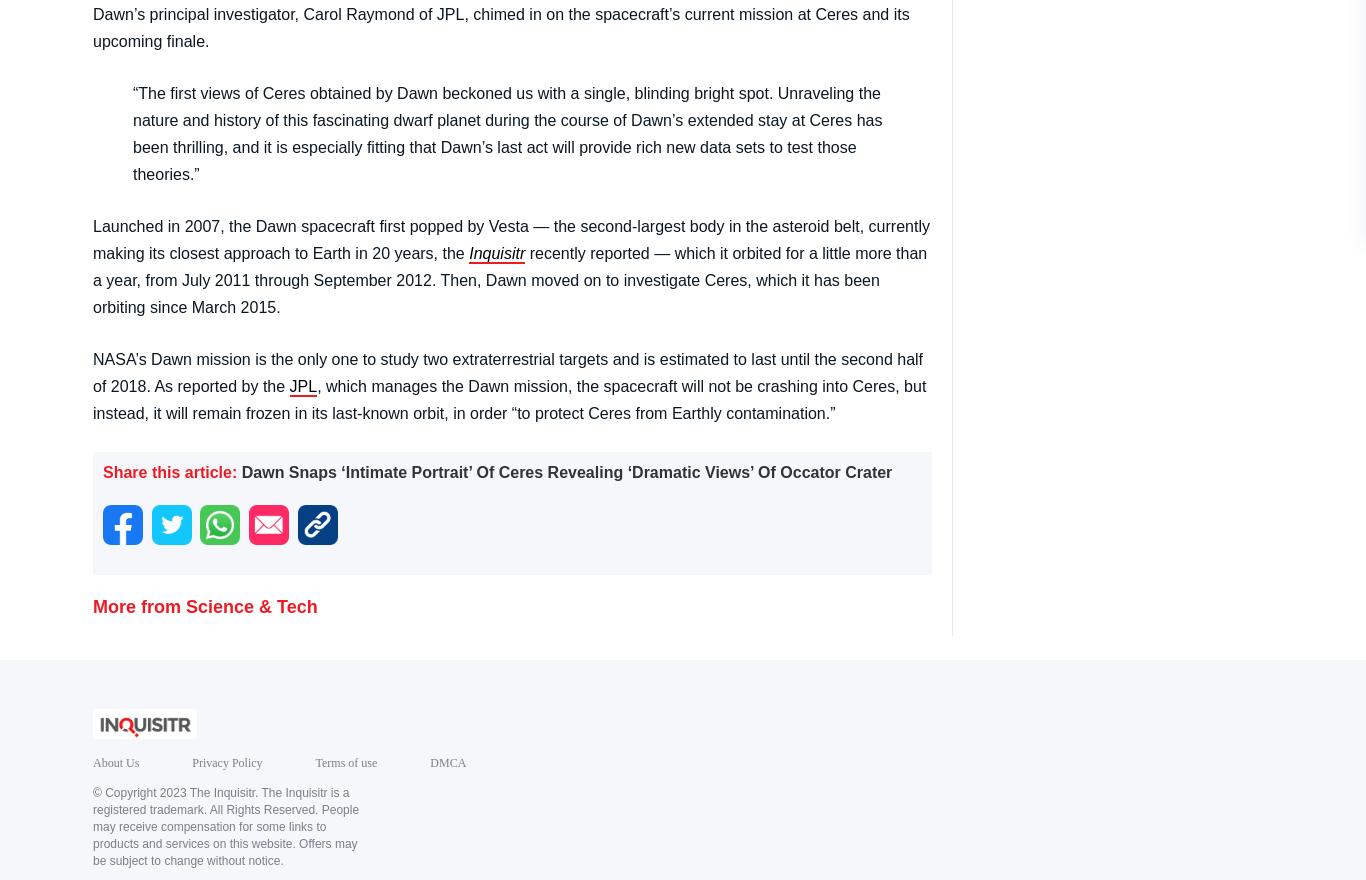 This screenshot has height=880, width=1366. I want to click on 'Share this article:', so click(102, 470).